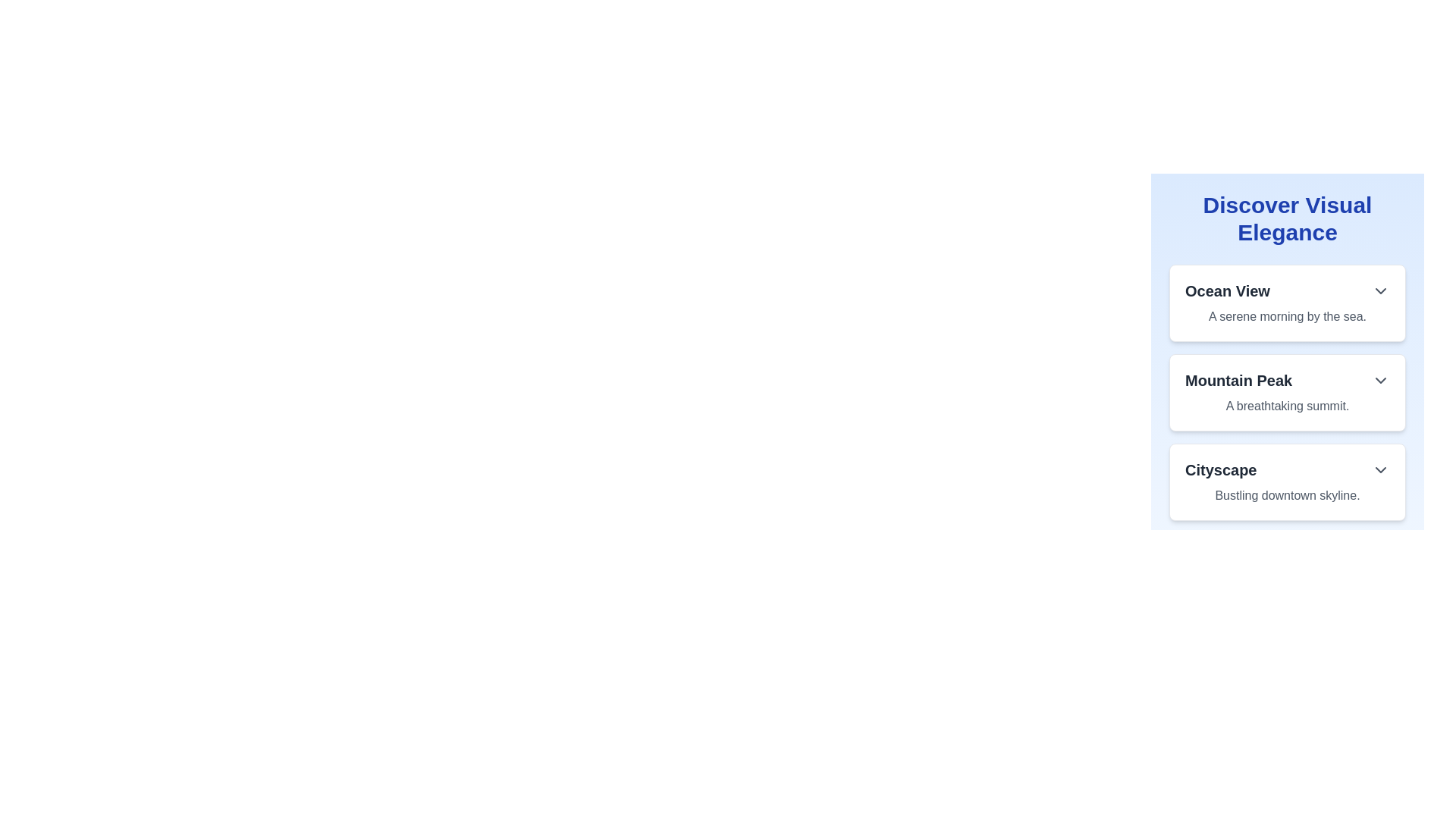 This screenshot has width=1456, height=819. What do you see at coordinates (1238, 379) in the screenshot?
I see `the text label titled 'Mountain Peak', which is the main title of the second list item in a vertically aligned list` at bounding box center [1238, 379].